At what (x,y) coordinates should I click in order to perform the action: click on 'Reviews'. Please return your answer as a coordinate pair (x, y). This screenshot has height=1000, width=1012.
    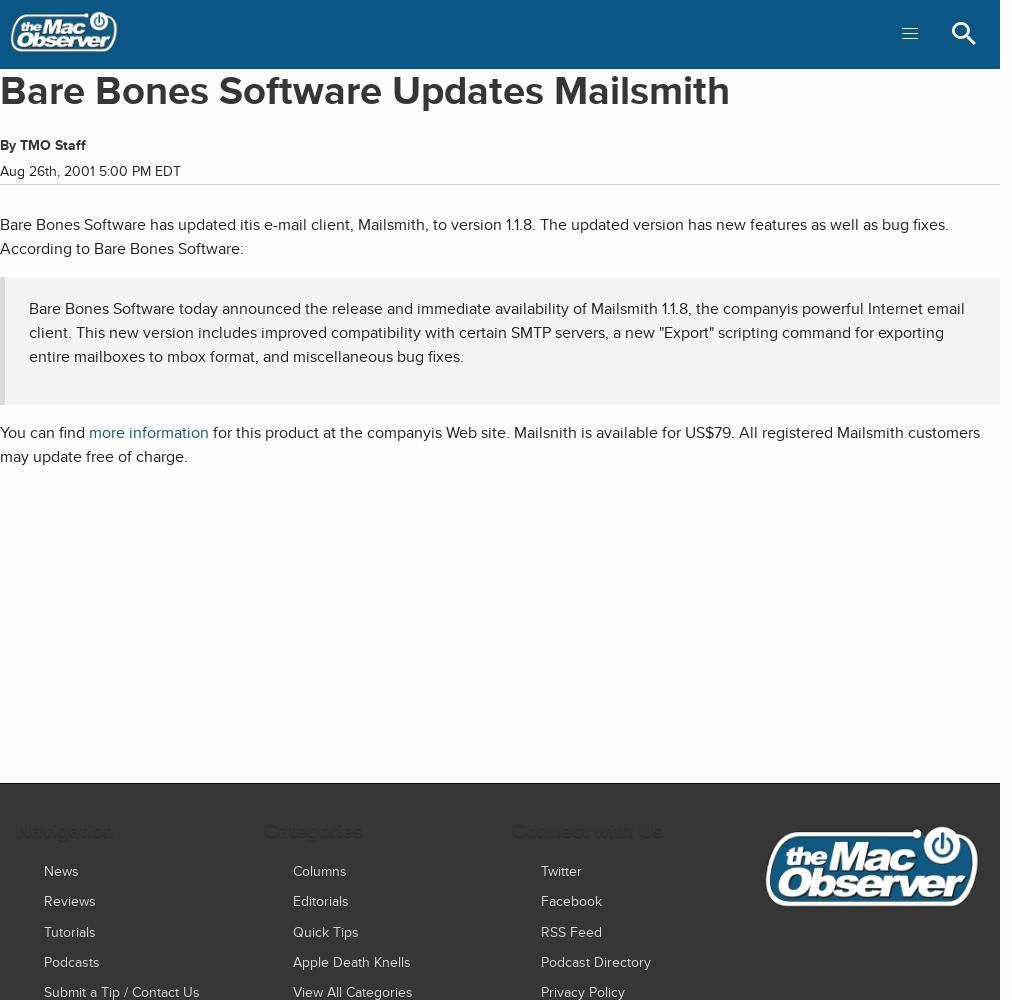
    Looking at the image, I should click on (69, 900).